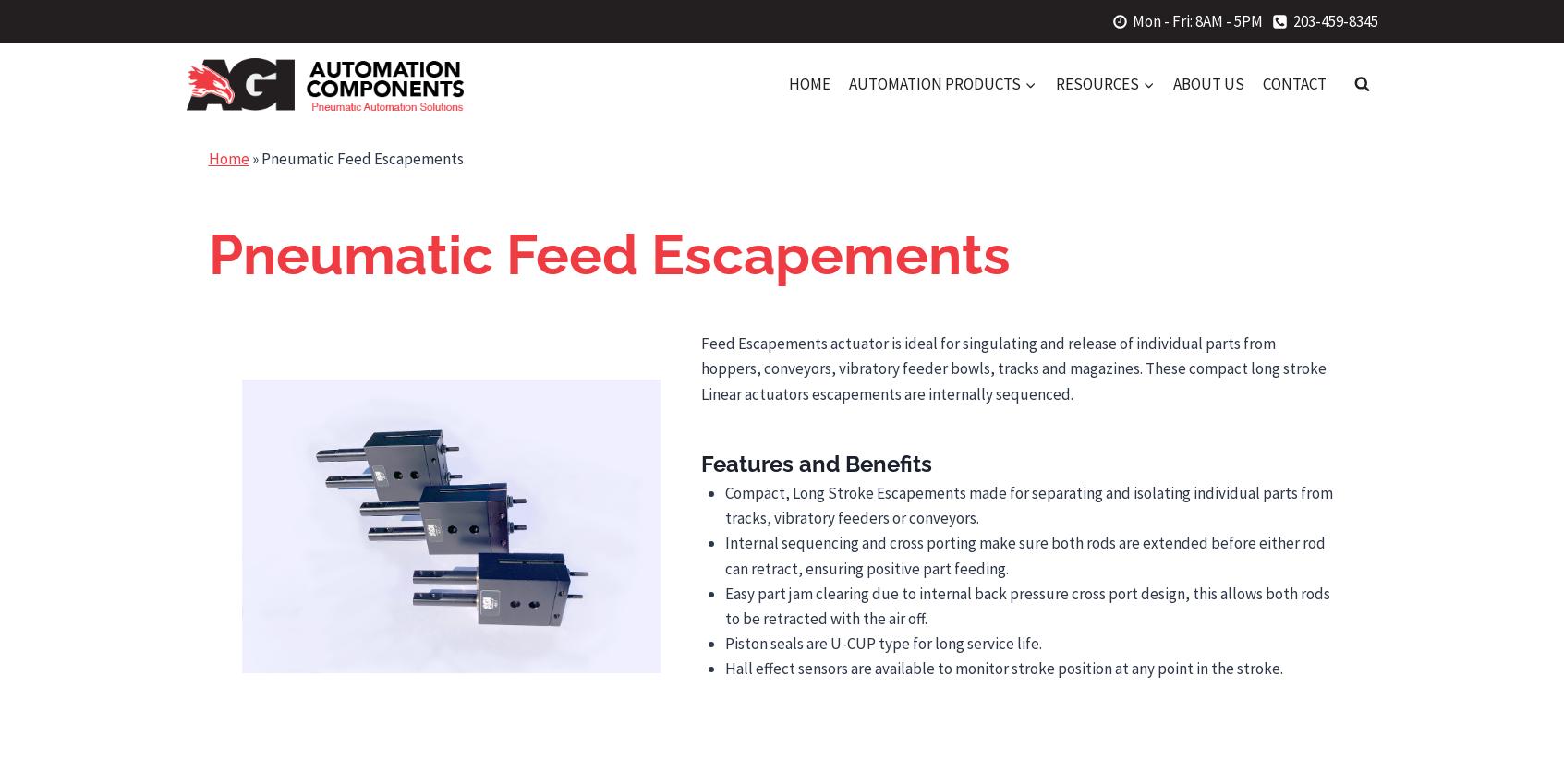  What do you see at coordinates (1002, 669) in the screenshot?
I see `'Hall effect sensors are available to monitor stroke position at any point in the stroke.'` at bounding box center [1002, 669].